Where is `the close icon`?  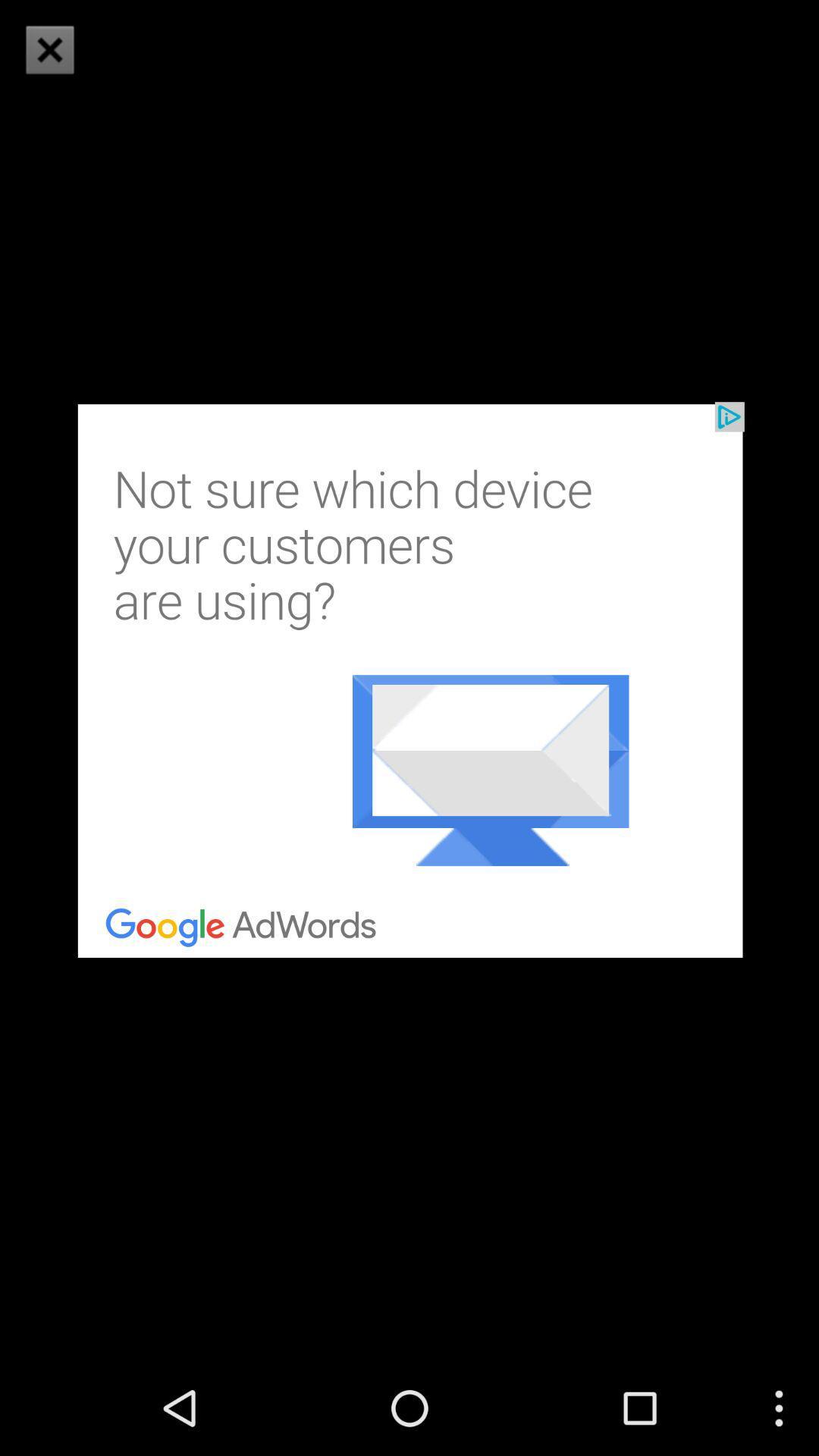 the close icon is located at coordinates (49, 53).